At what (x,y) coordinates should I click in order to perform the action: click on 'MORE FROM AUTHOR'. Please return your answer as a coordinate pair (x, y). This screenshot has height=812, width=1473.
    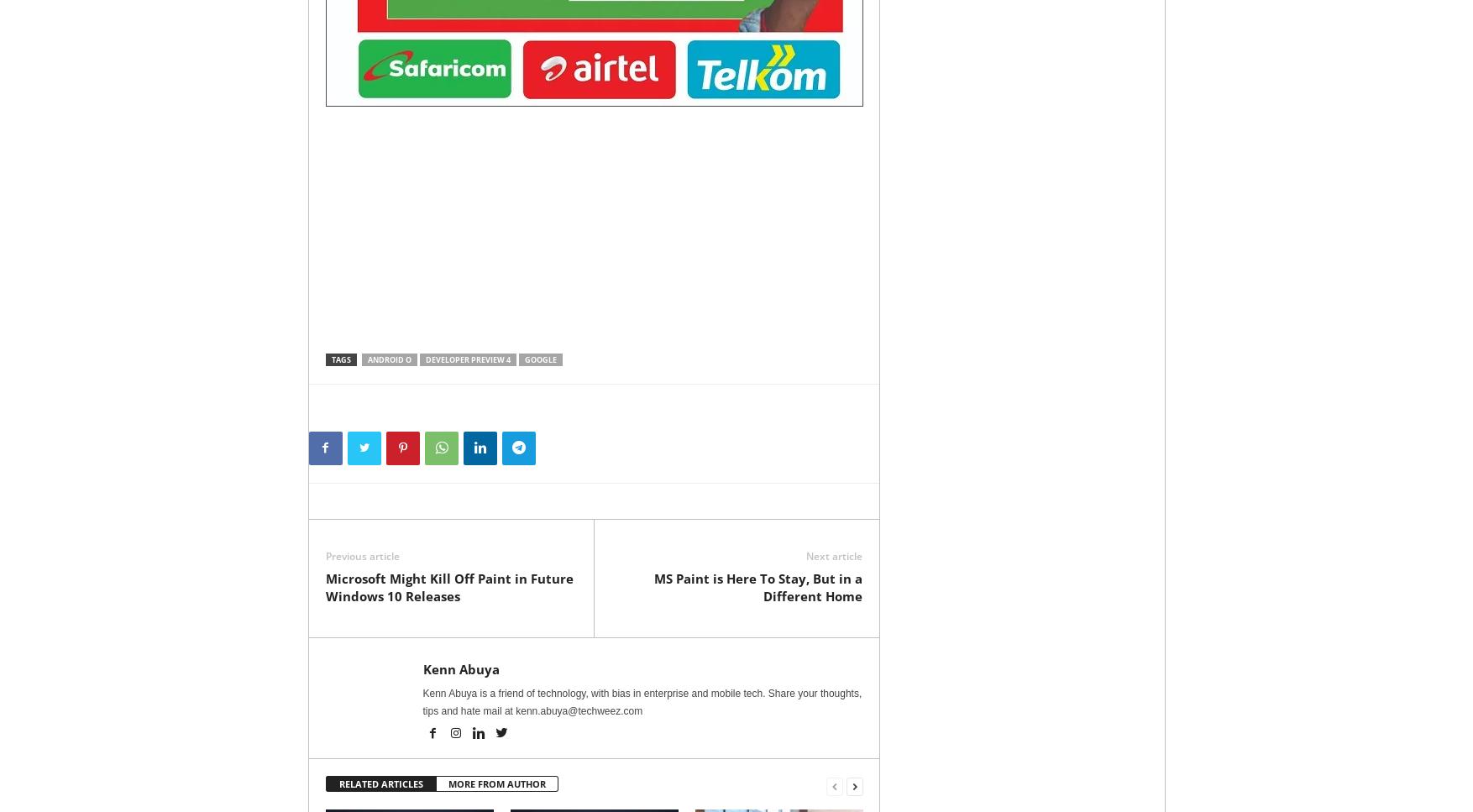
    Looking at the image, I should click on (495, 783).